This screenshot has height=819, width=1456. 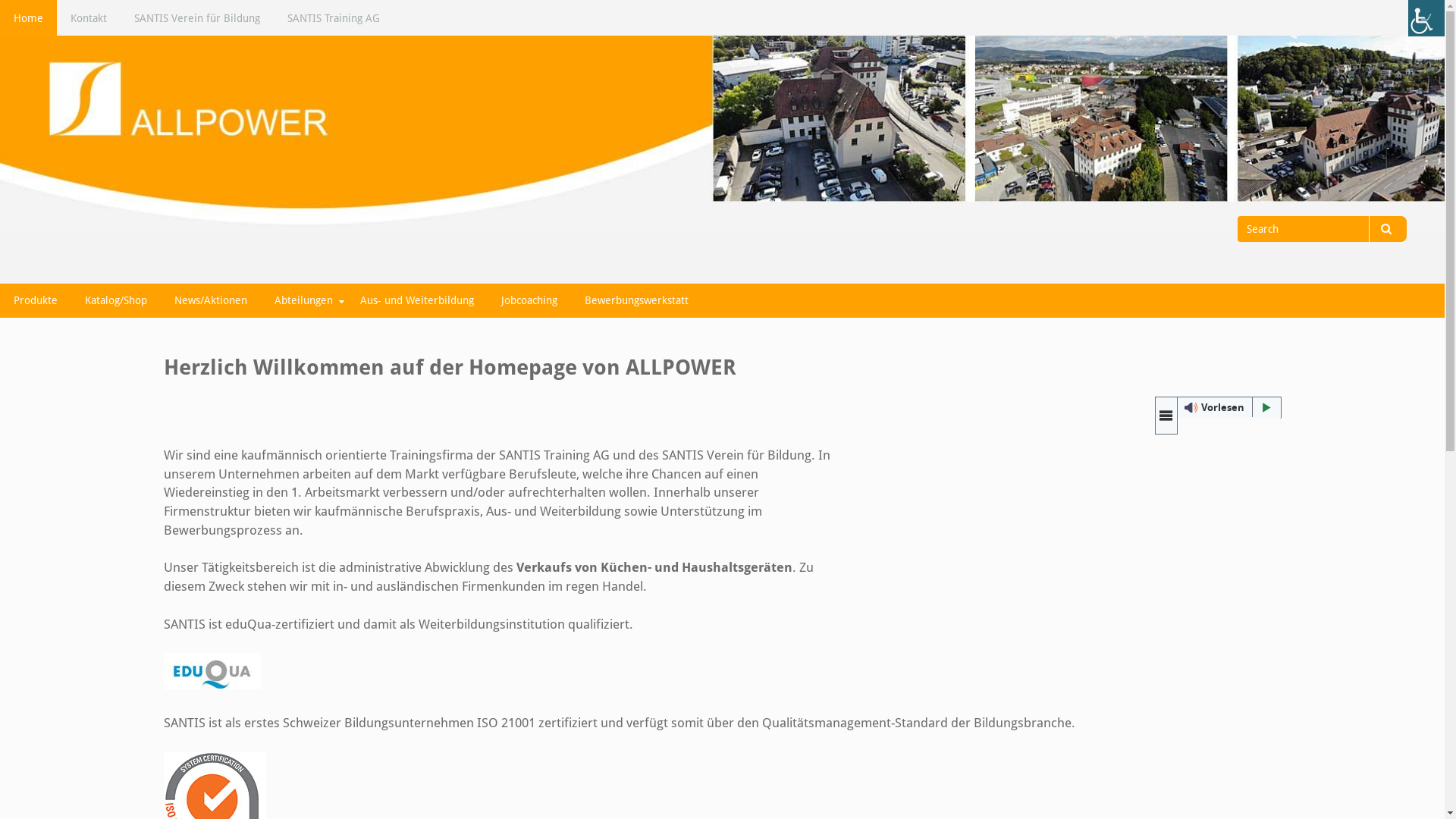 I want to click on 'Aus- und Weiterbildung', so click(x=417, y=300).